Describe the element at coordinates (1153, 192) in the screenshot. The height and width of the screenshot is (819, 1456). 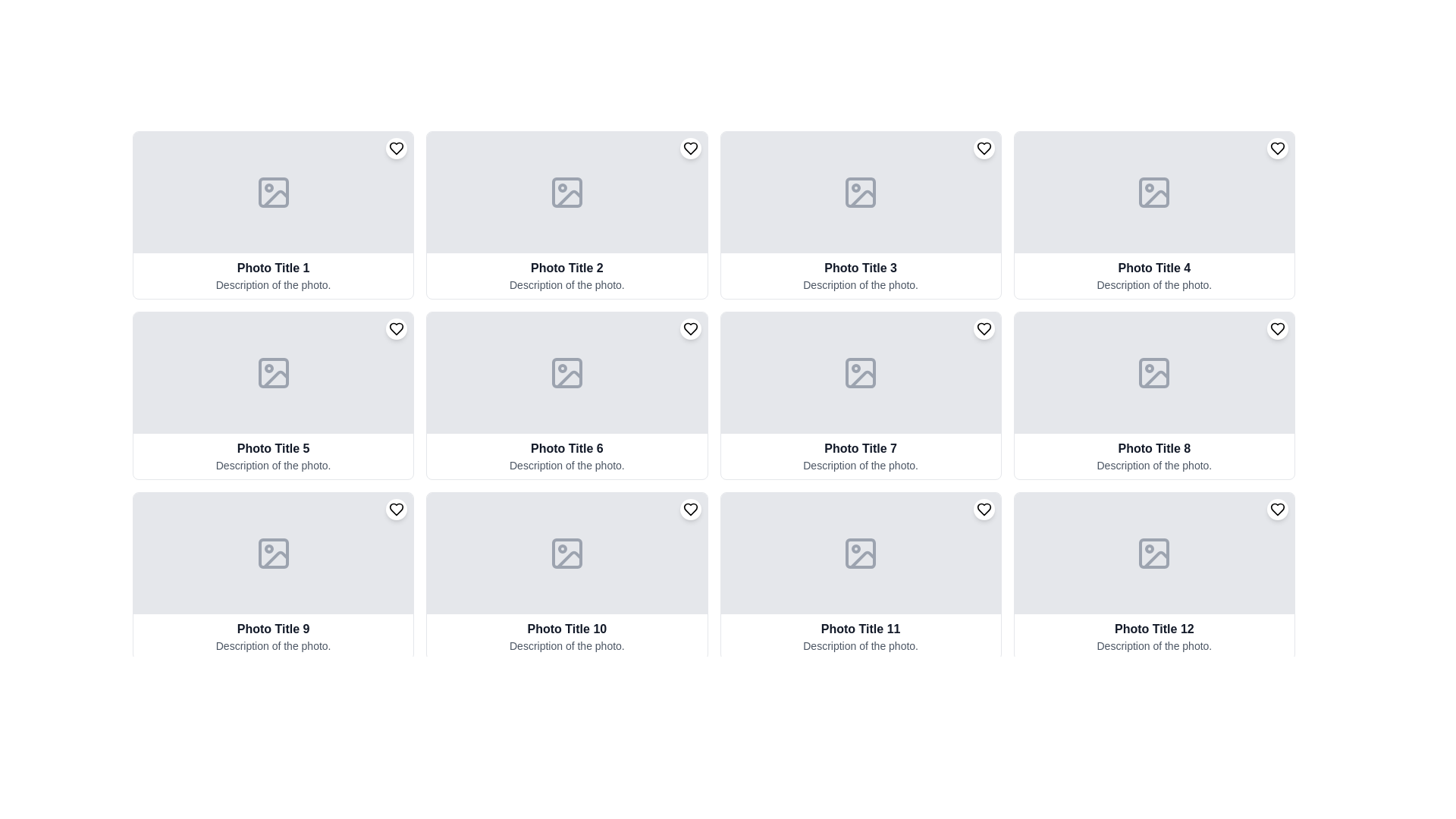
I see `the small rectangular shape with rounded corners within the SVG image icon in the fourth card labeled 'Photo Title 4'` at that location.